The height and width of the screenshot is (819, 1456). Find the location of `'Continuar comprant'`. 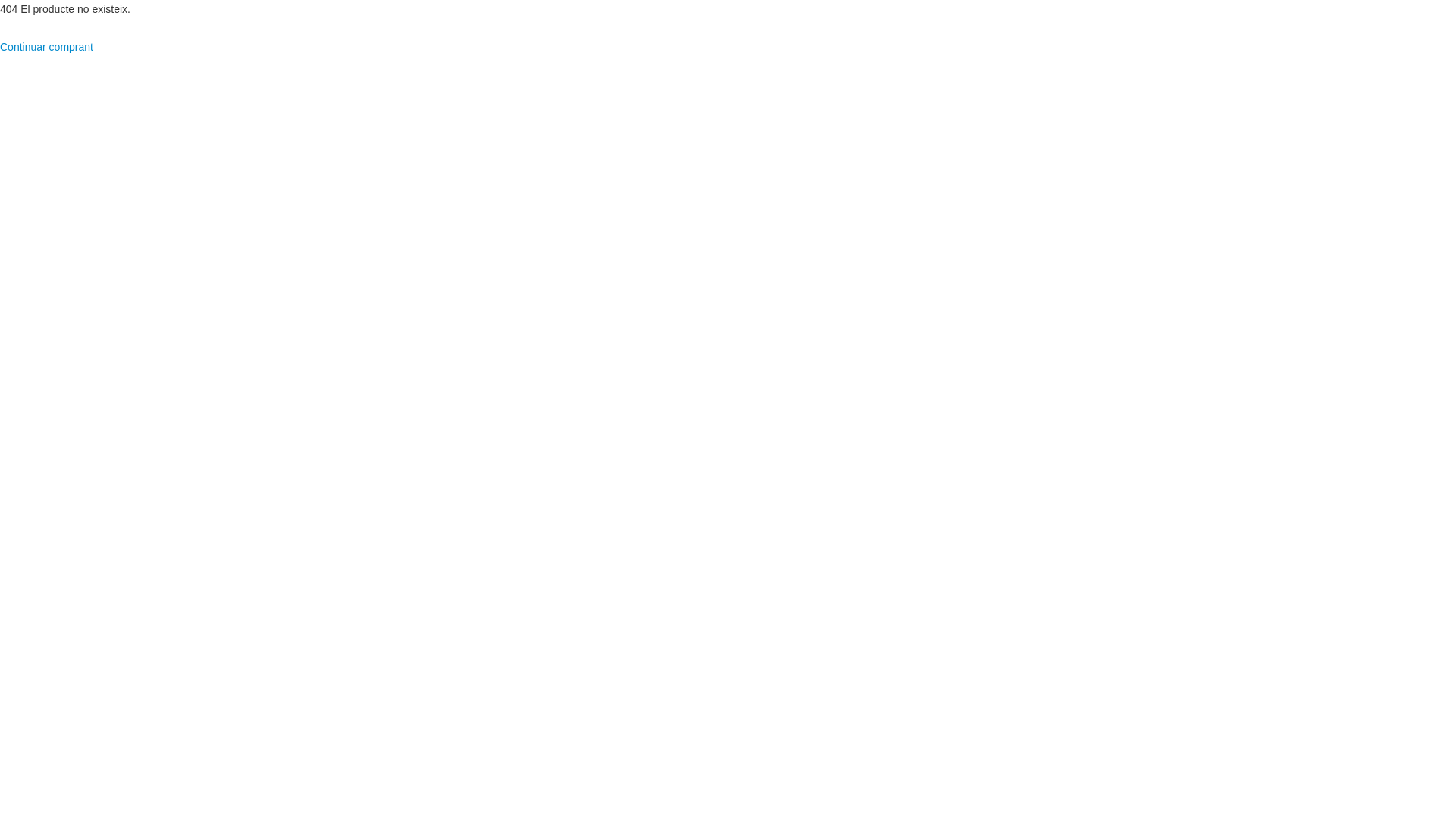

'Continuar comprant' is located at coordinates (46, 45).